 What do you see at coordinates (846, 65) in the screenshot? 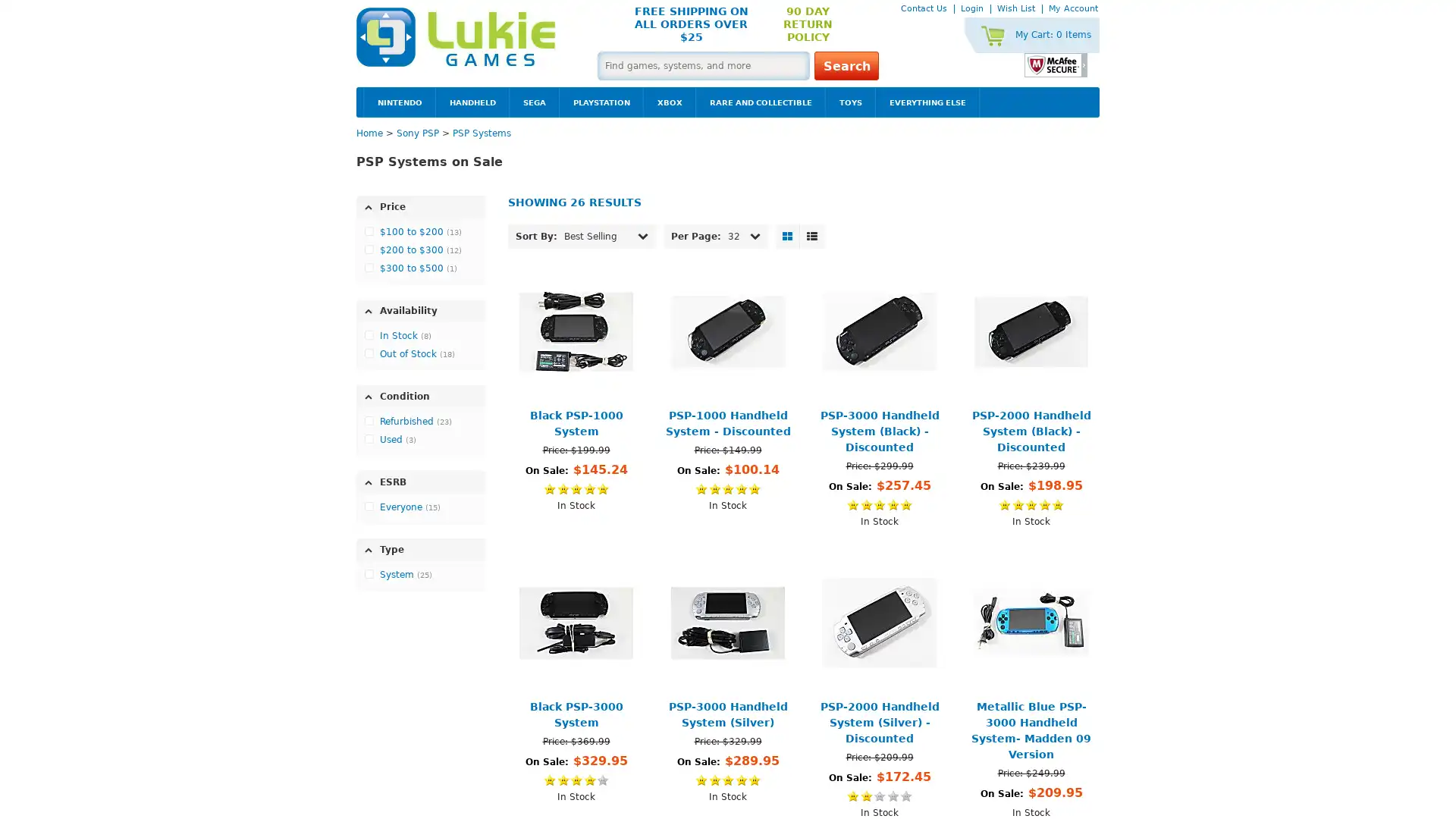
I see `Search` at bounding box center [846, 65].